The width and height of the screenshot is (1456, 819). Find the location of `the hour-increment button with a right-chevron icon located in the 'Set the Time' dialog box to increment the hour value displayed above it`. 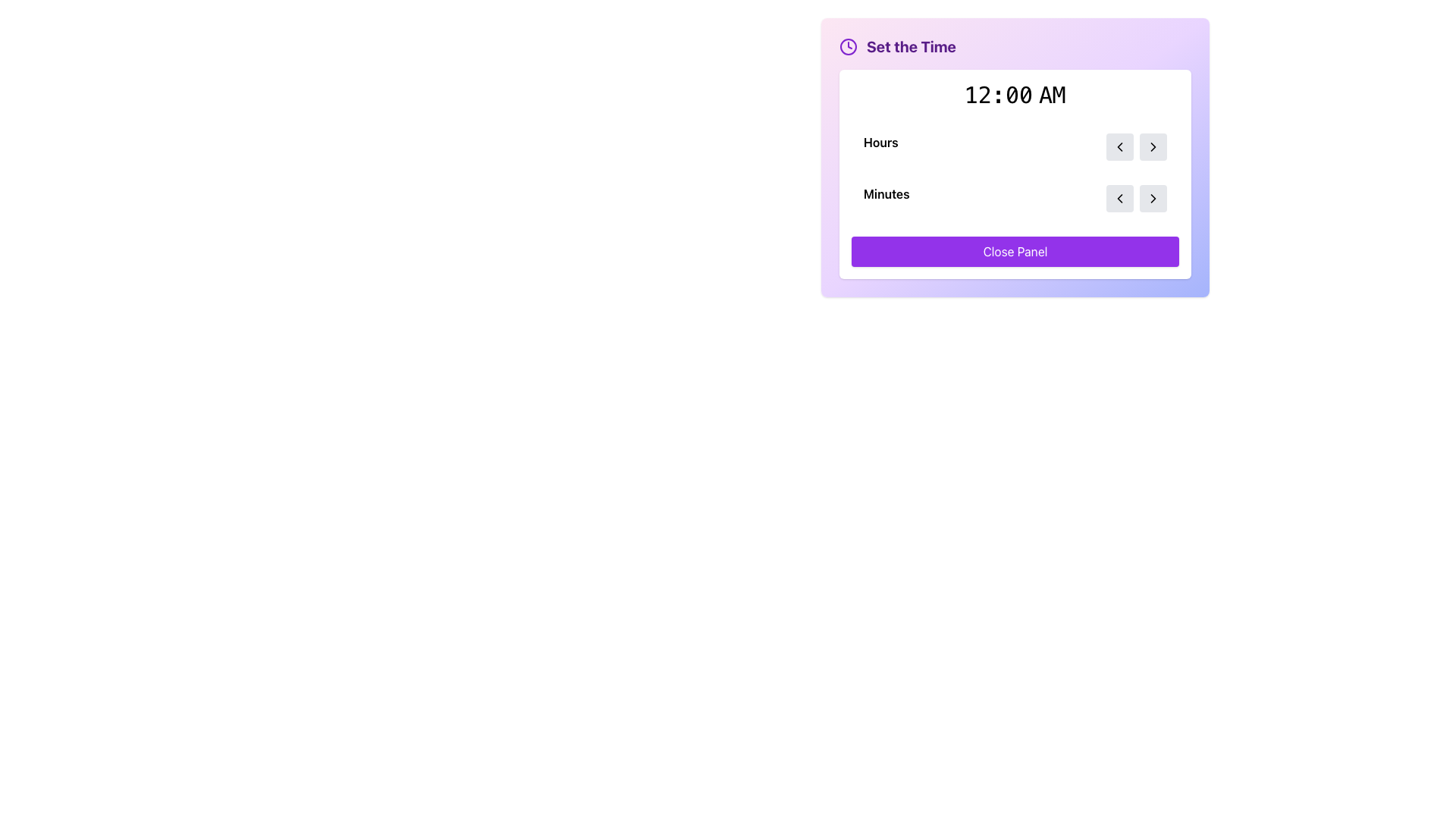

the hour-increment button with a right-chevron icon located in the 'Set the Time' dialog box to increment the hour value displayed above it is located at coordinates (1153, 146).